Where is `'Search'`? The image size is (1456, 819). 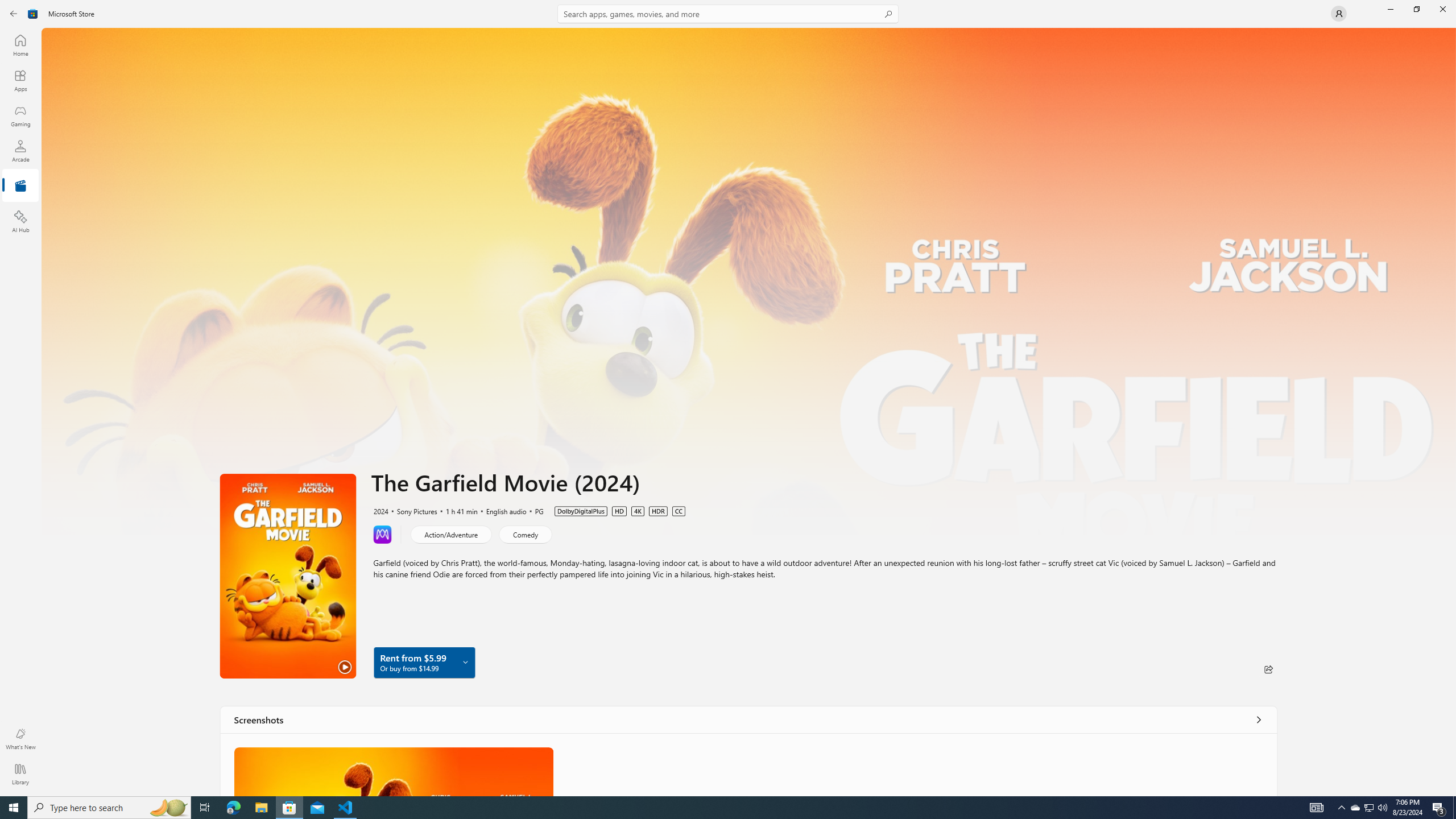 'Search' is located at coordinates (728, 13).